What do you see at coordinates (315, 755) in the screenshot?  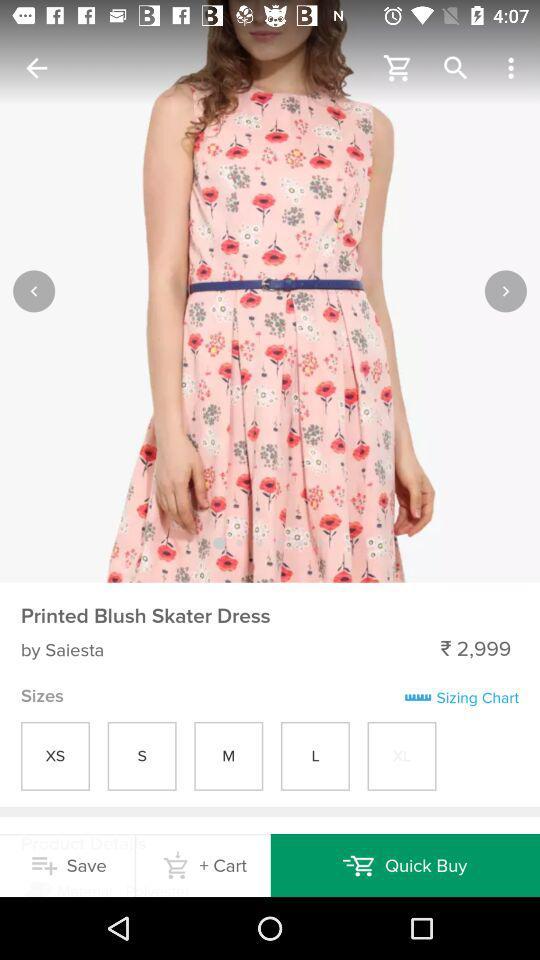 I see `l in sizes` at bounding box center [315, 755].